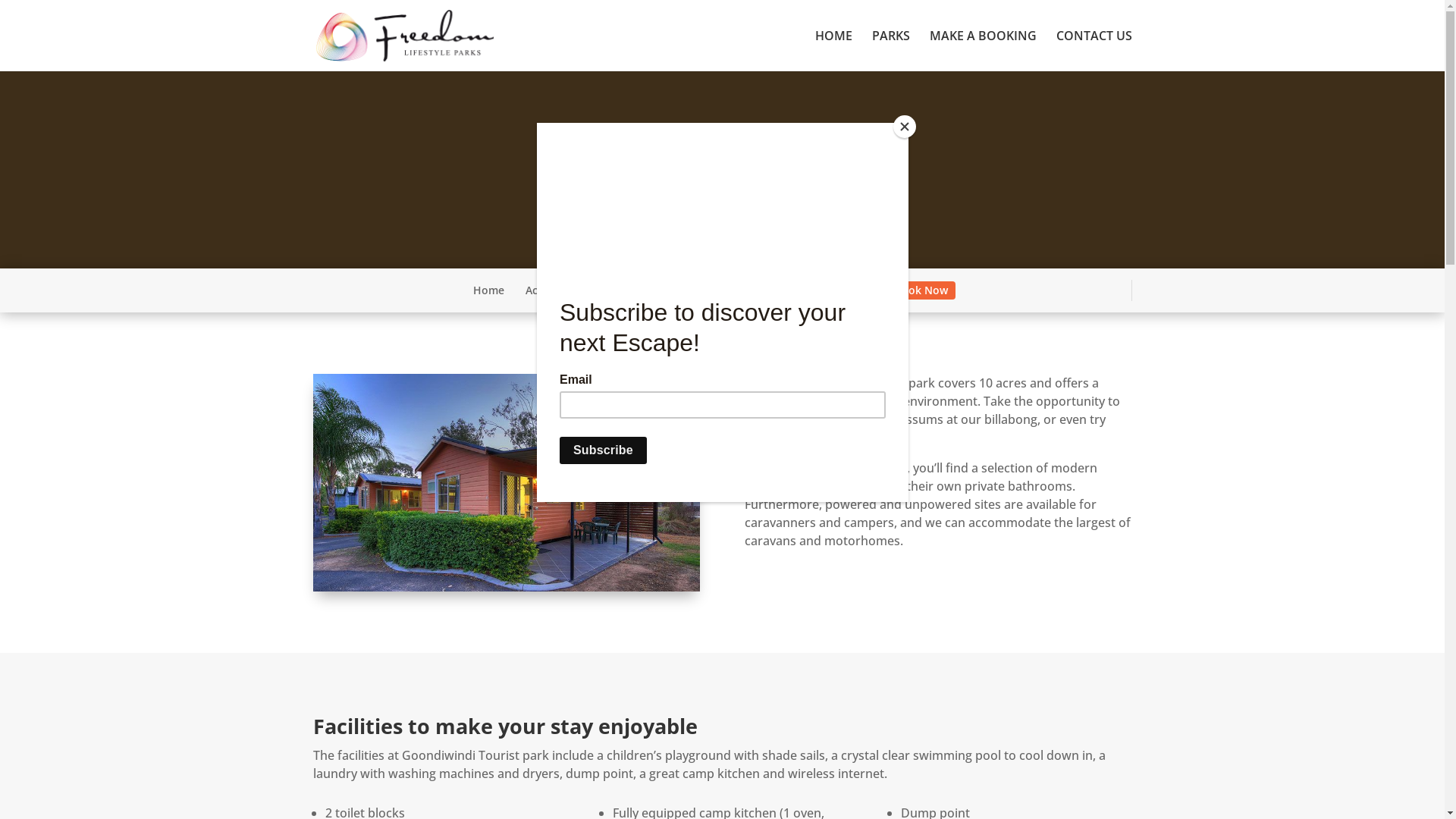  What do you see at coordinates (800, 290) in the screenshot?
I see `'FAQ'` at bounding box center [800, 290].